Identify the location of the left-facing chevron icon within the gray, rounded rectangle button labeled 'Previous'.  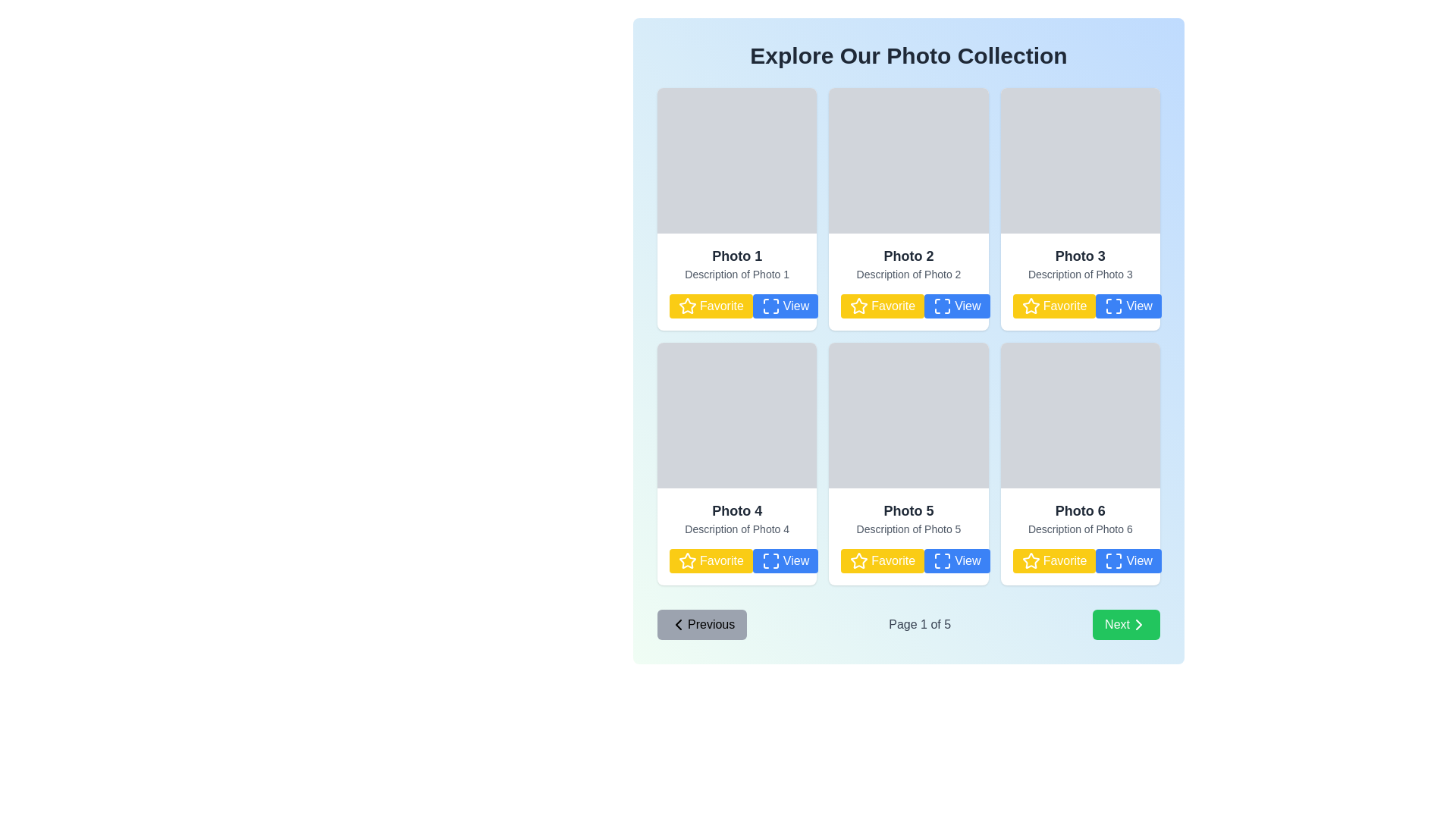
(677, 625).